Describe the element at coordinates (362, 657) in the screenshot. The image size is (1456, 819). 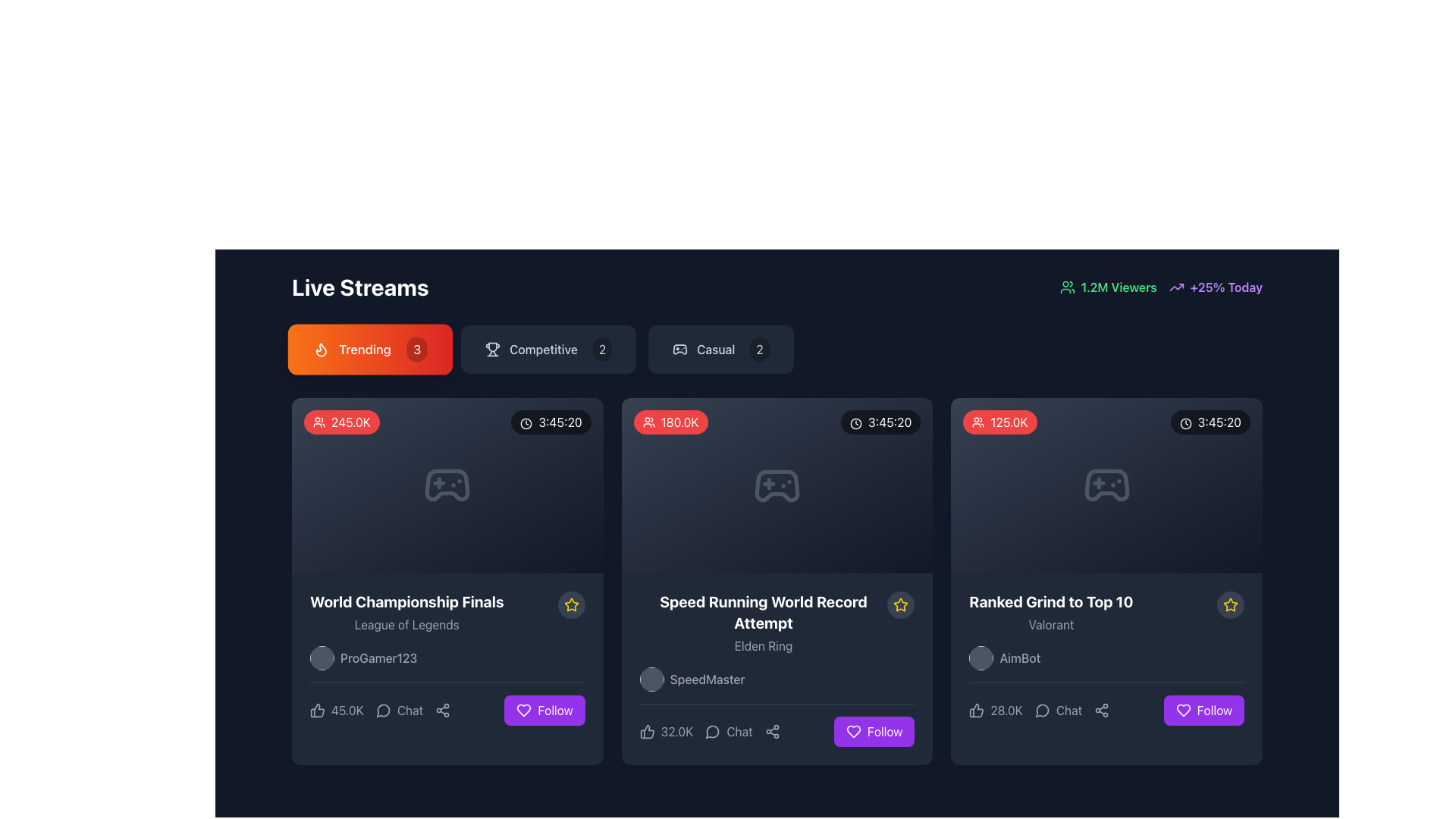
I see `the username 'ProGamer123' displayed next to the circular profile image placeholder in the live stream cards section` at that location.